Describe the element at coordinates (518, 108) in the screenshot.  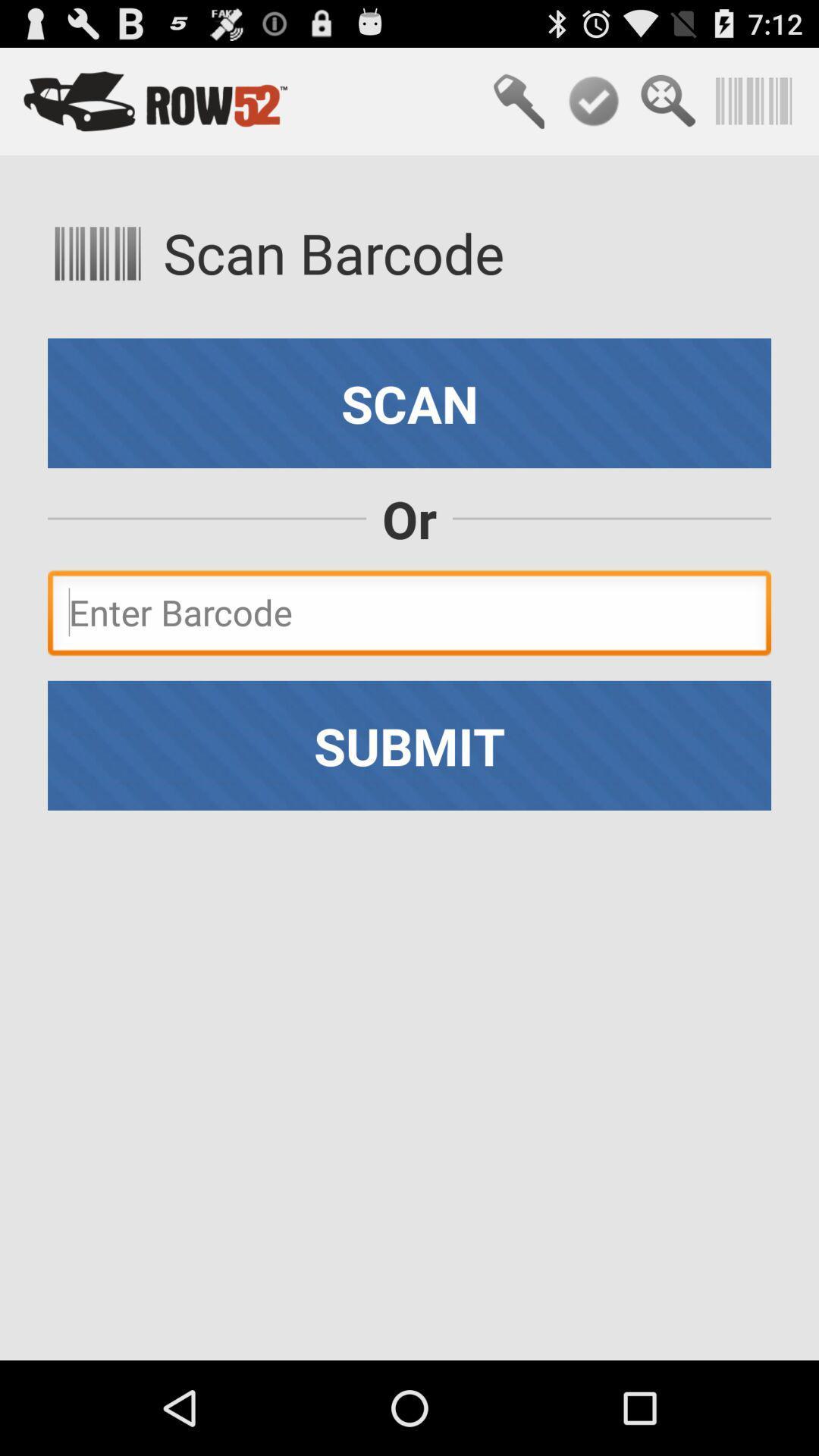
I see `the search icon` at that location.